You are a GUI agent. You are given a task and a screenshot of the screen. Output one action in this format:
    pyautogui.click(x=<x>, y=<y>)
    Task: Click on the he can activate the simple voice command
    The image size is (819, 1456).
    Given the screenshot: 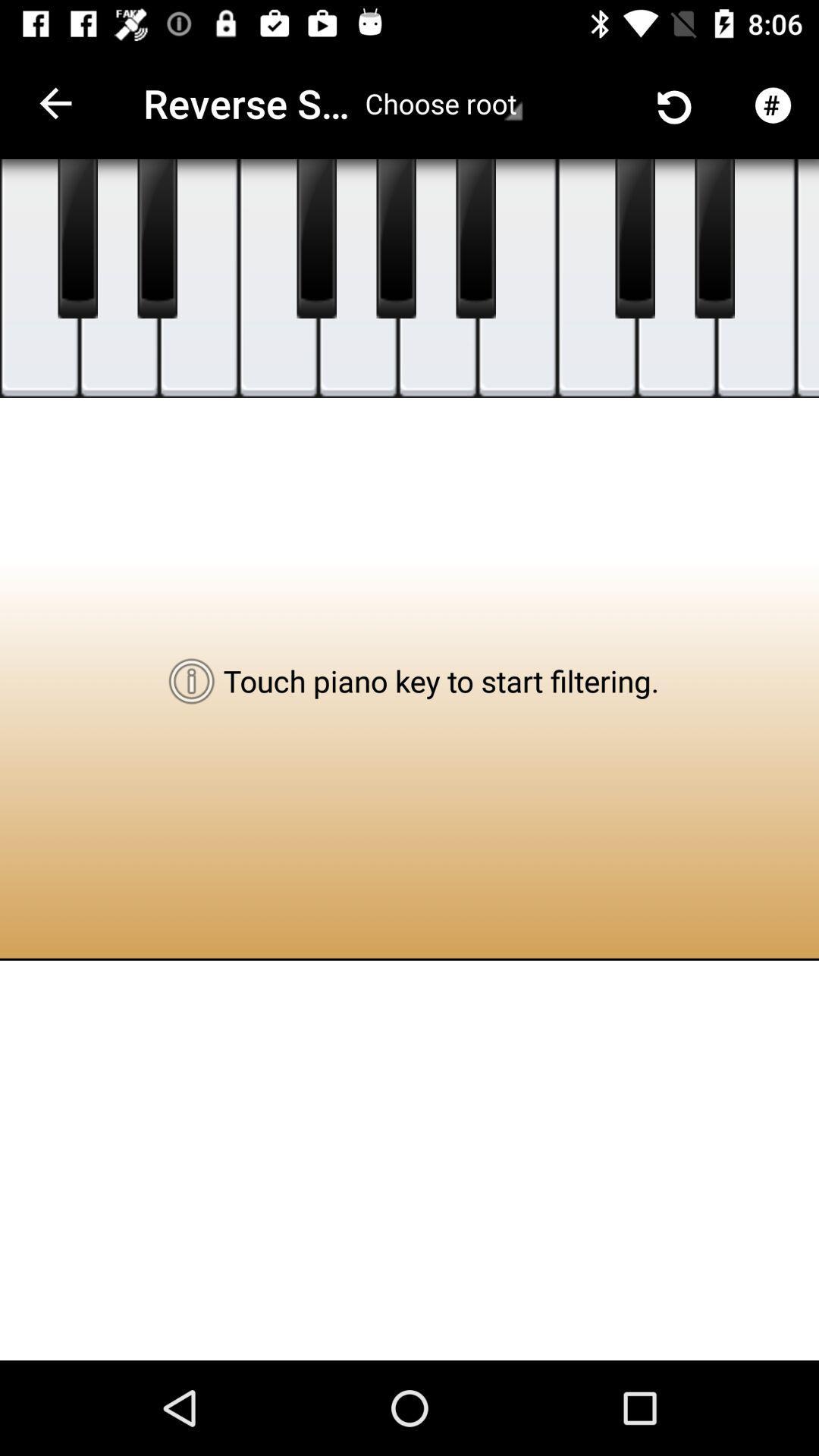 What is the action you would take?
    pyautogui.click(x=714, y=238)
    